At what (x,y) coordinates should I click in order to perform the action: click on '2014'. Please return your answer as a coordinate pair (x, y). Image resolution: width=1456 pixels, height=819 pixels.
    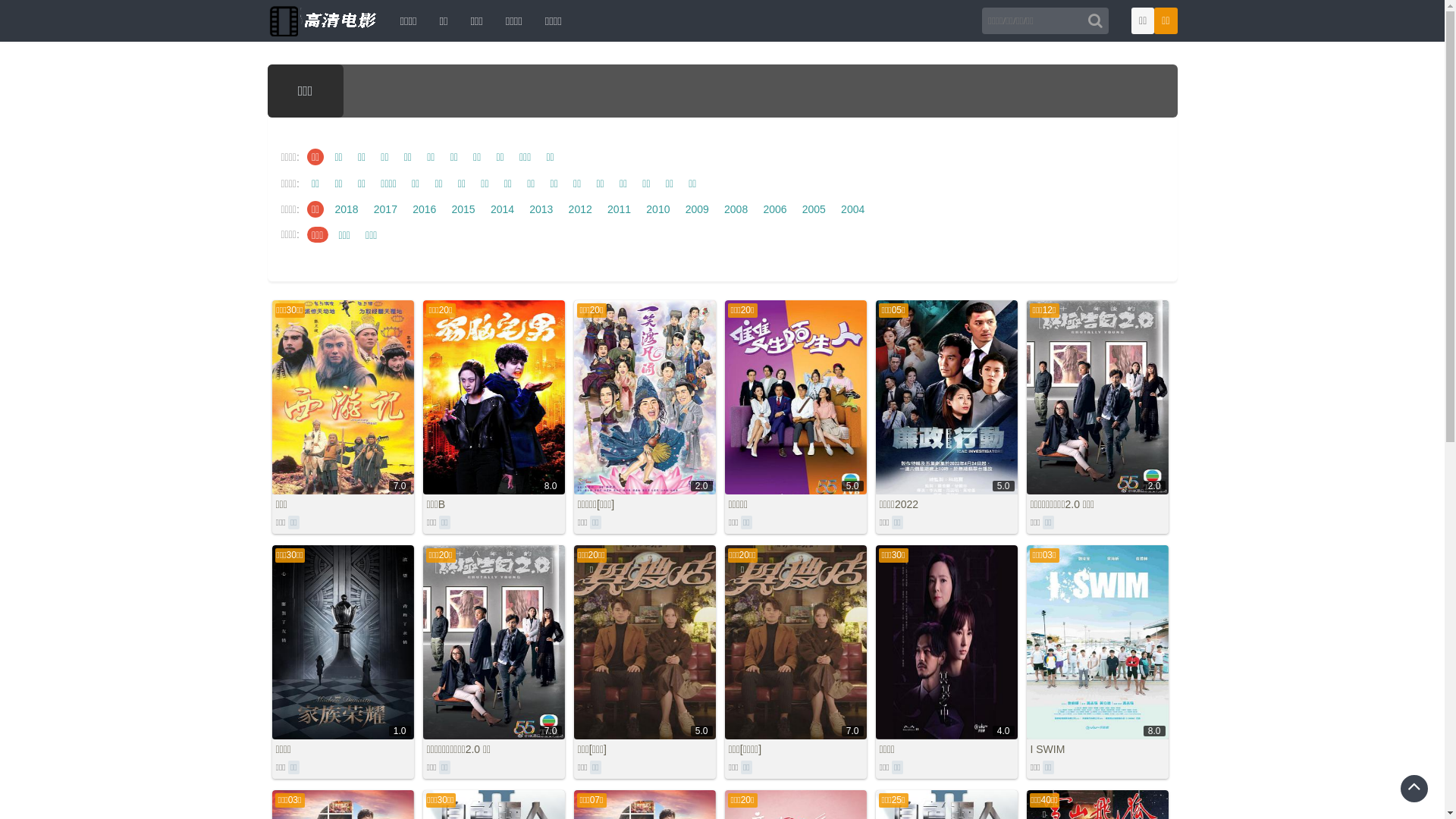
    Looking at the image, I should click on (502, 209).